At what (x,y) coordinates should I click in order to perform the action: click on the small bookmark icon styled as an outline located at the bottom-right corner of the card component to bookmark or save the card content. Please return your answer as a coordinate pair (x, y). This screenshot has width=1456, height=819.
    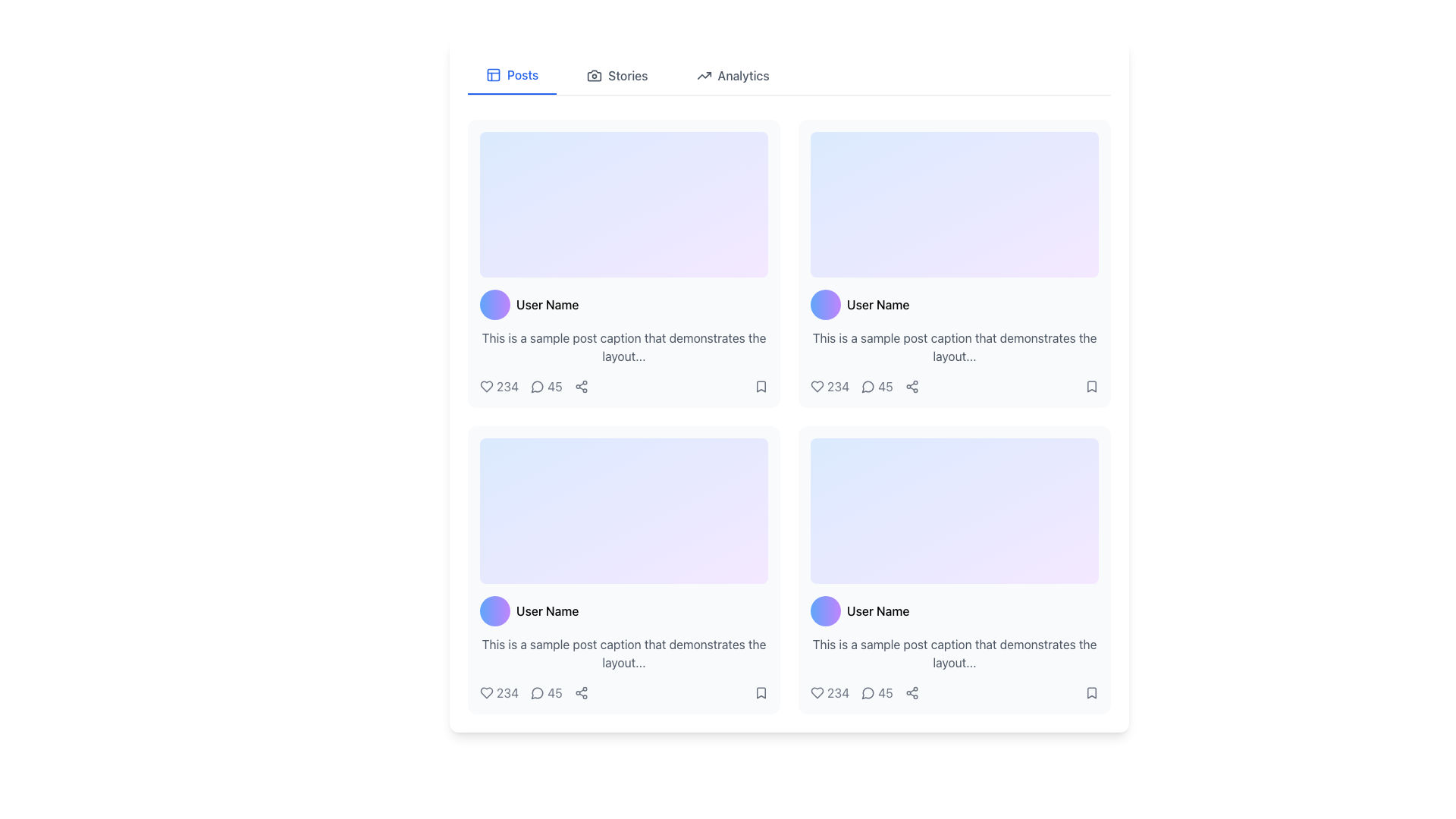
    Looking at the image, I should click on (761, 693).